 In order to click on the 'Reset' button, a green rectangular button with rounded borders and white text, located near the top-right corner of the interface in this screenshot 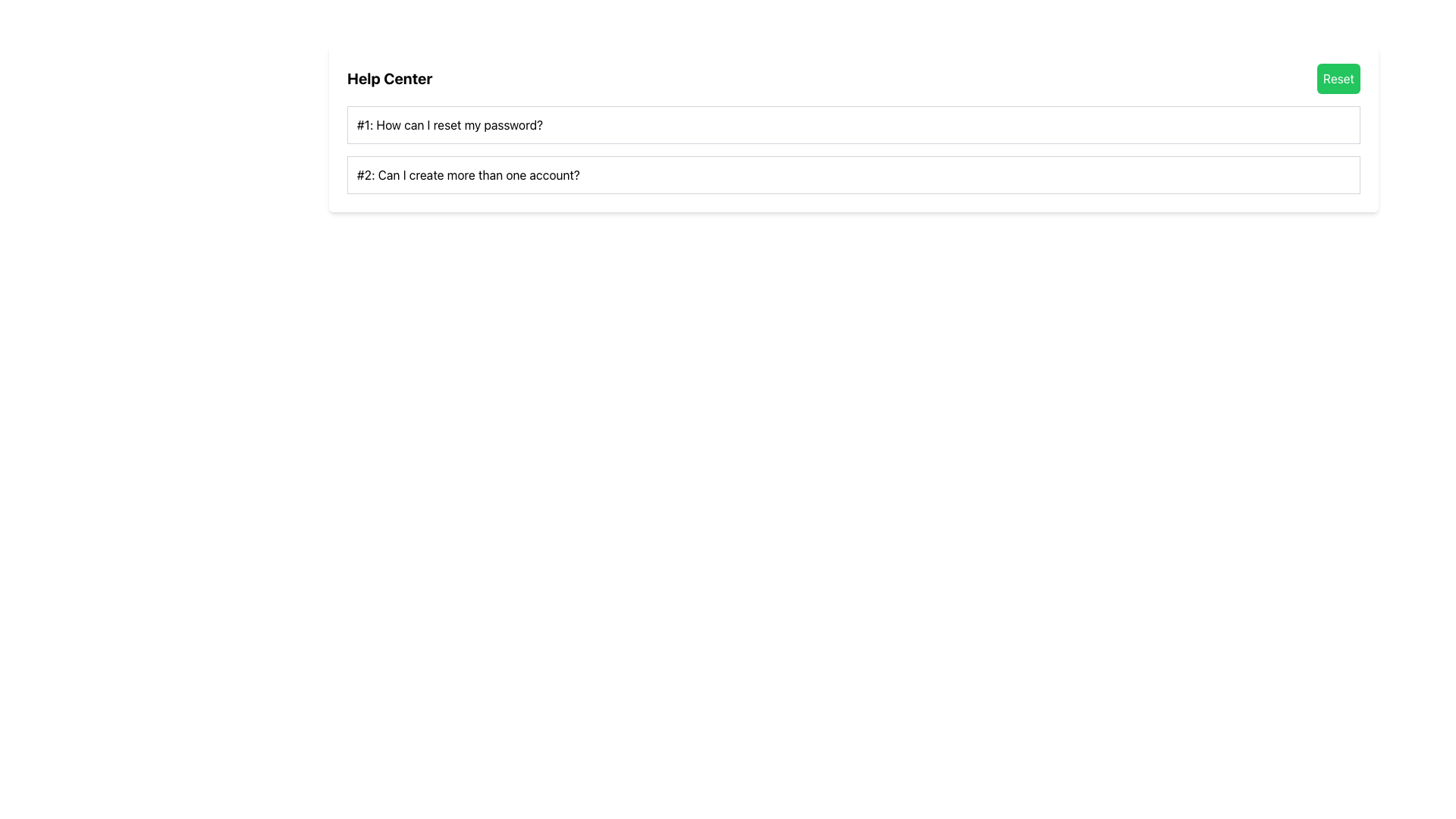, I will do `click(1338, 79)`.